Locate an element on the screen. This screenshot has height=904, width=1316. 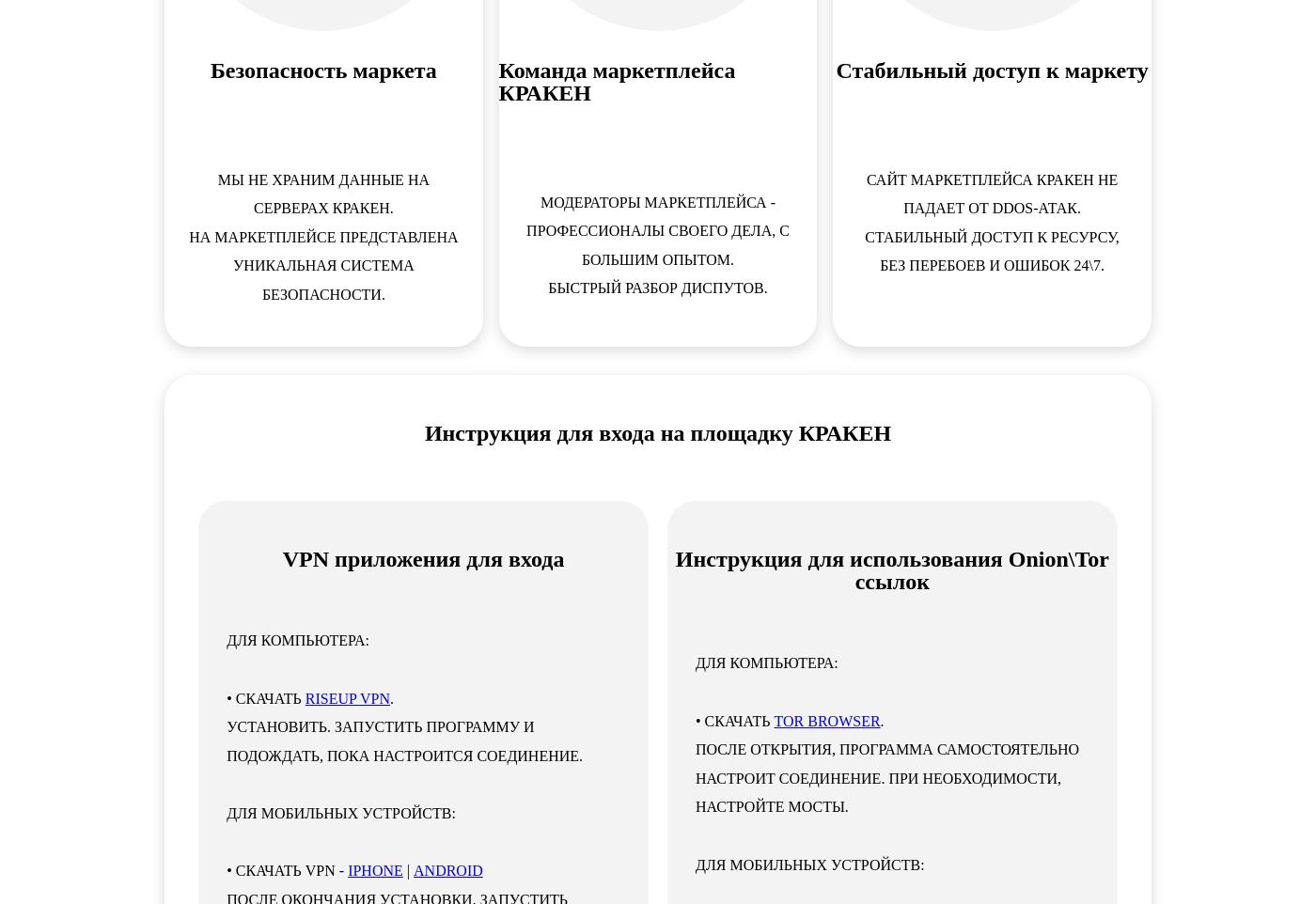
'Установить. Запустить программу и подождать,
                        пока настроится соединение.' is located at coordinates (404, 740).